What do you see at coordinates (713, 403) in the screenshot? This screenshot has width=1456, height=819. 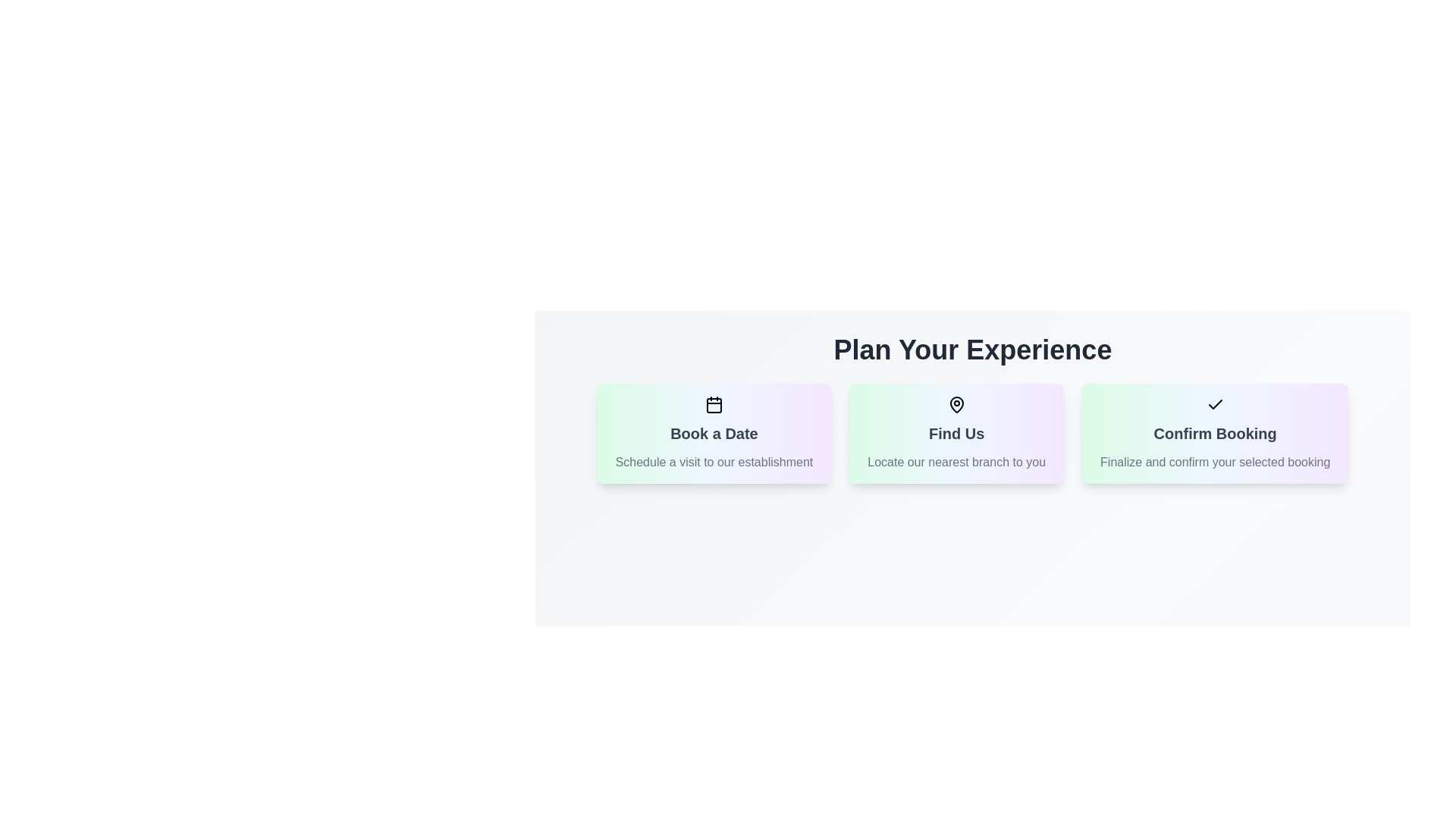 I see `the calendar icon that represents the booking or scheduling functionality, located in the upper section of the leftmost card above the text 'Book a Date'` at bounding box center [713, 403].